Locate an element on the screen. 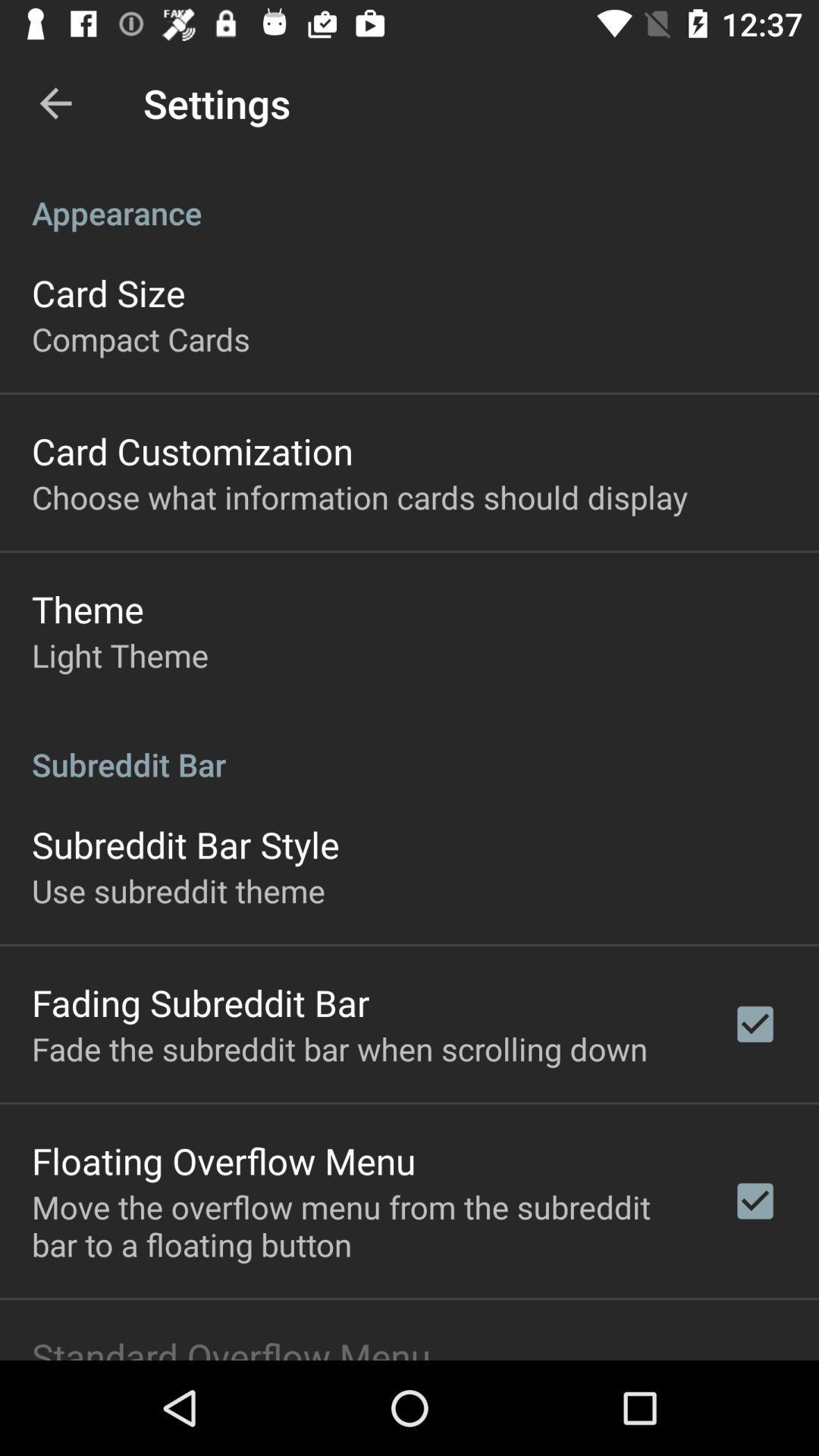 The height and width of the screenshot is (1456, 819). icon below appearance item is located at coordinates (108, 293).